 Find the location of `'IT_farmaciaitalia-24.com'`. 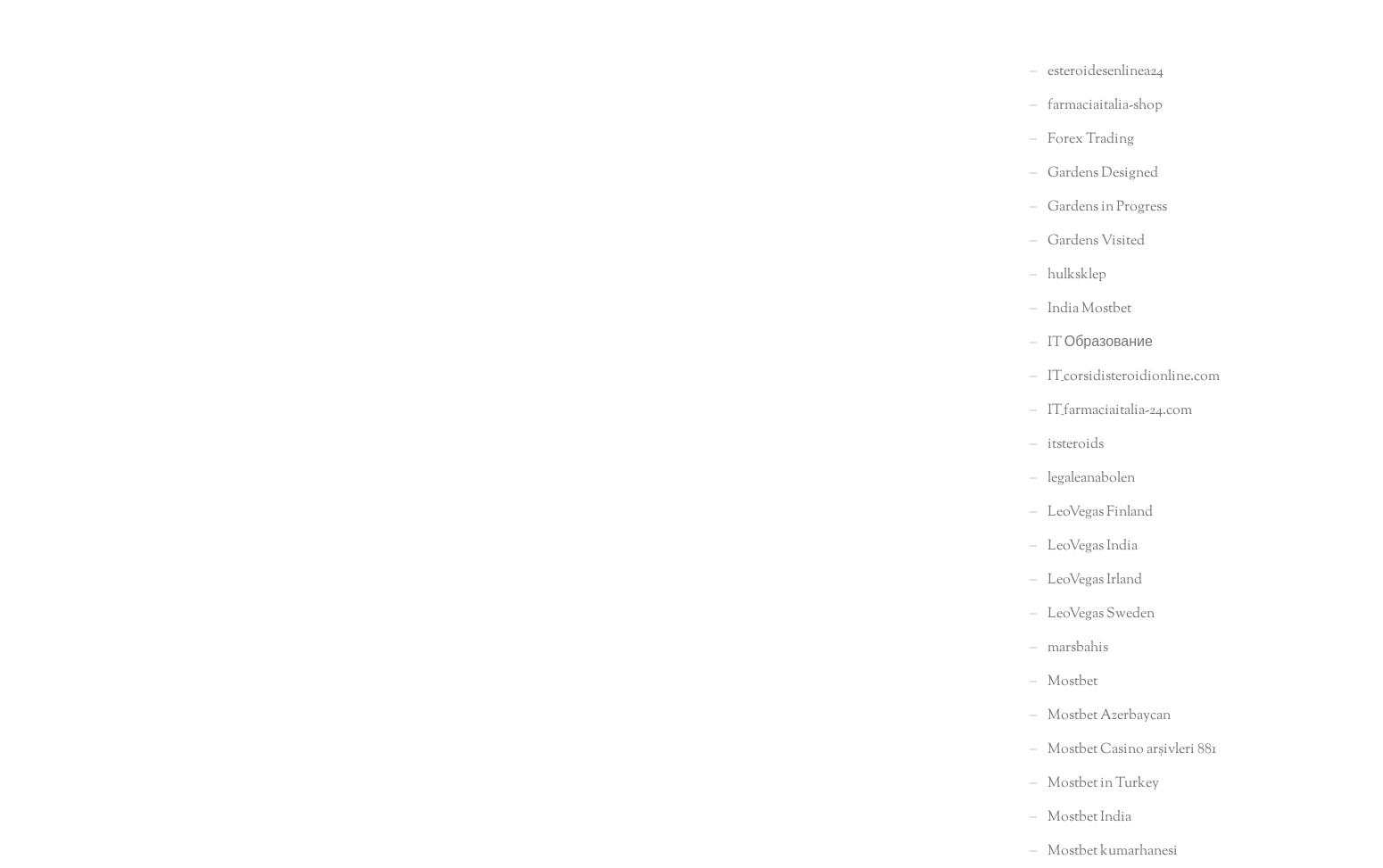

'IT_farmaciaitalia-24.com' is located at coordinates (1117, 409).